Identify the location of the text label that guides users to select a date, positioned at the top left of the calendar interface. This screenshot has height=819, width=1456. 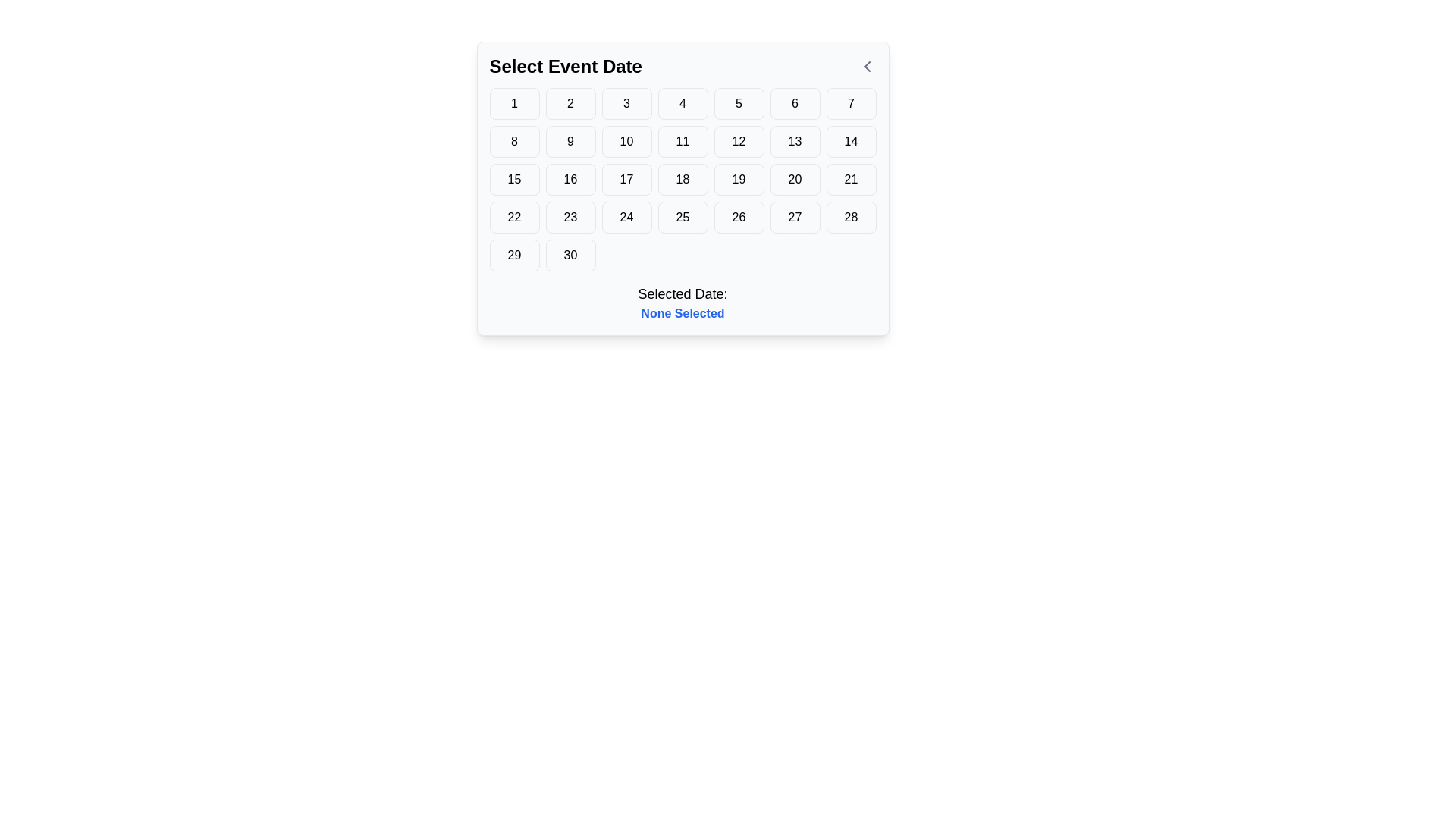
(565, 66).